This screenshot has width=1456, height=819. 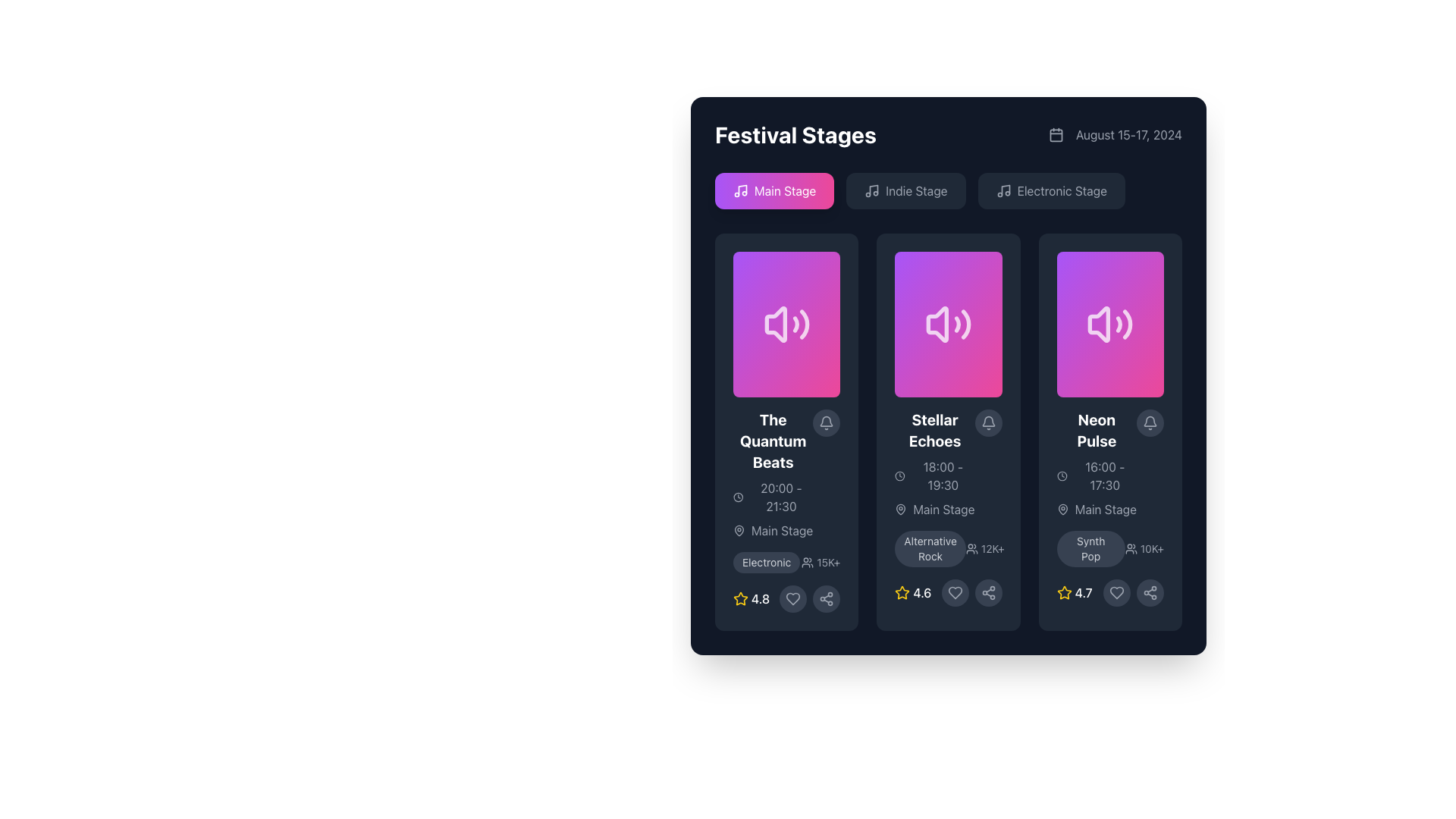 What do you see at coordinates (761, 598) in the screenshot?
I see `the static Text Label displaying the rating value (4.8) located at the bottom-left corner of 'The Quantum Beats' card` at bounding box center [761, 598].